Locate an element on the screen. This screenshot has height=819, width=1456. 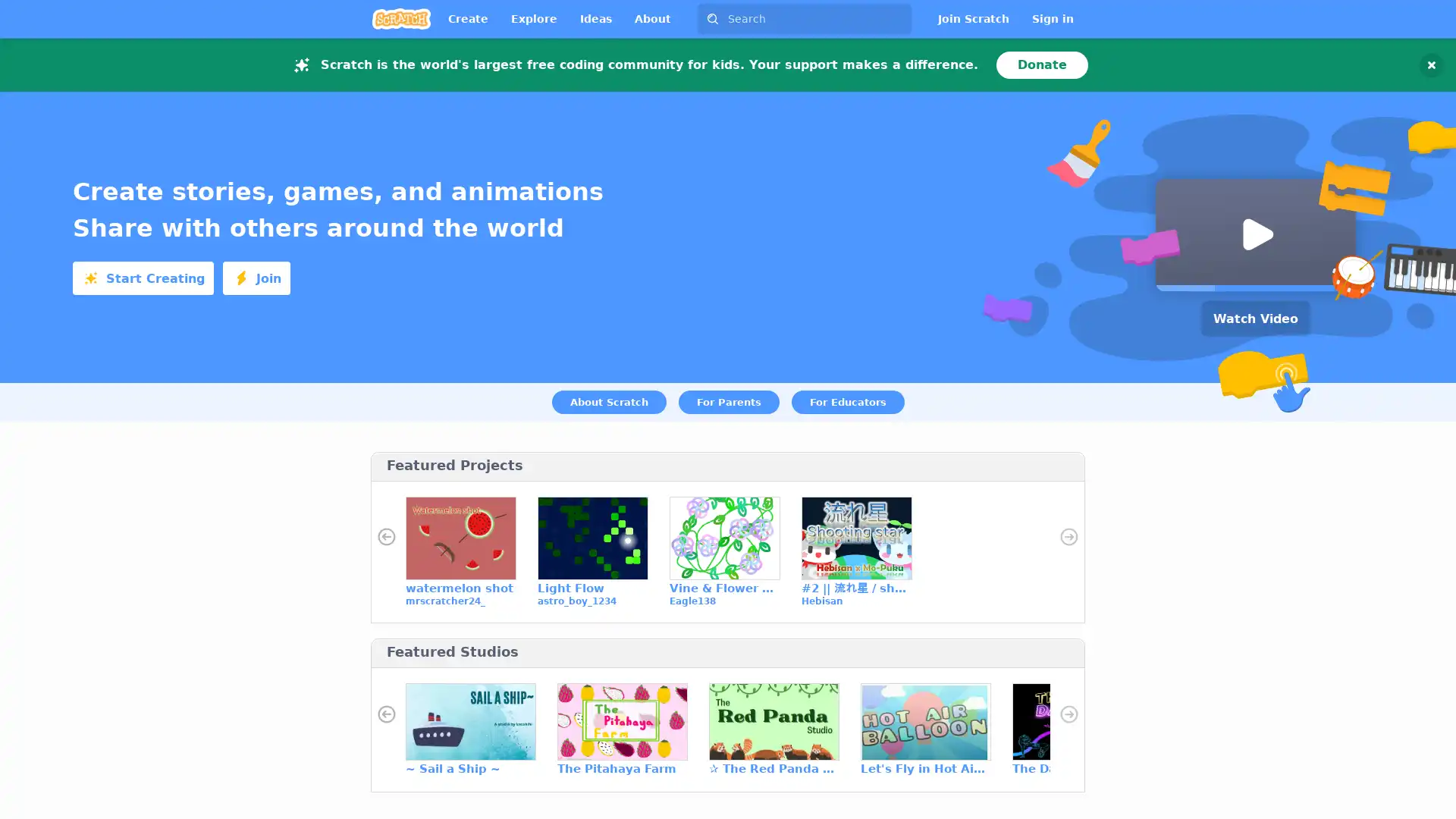
Next is located at coordinates (1068, 536).